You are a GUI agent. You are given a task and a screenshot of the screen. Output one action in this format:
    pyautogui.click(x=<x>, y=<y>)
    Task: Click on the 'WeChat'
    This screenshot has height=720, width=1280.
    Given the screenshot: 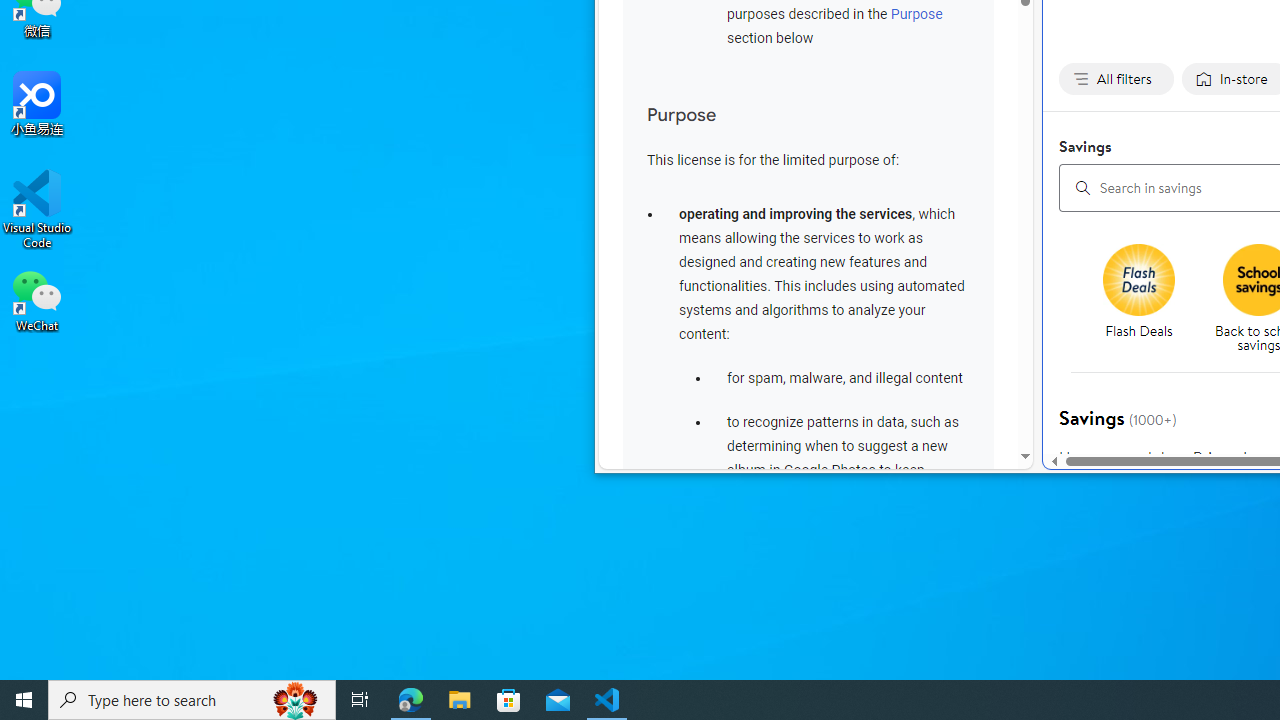 What is the action you would take?
    pyautogui.click(x=37, y=299)
    